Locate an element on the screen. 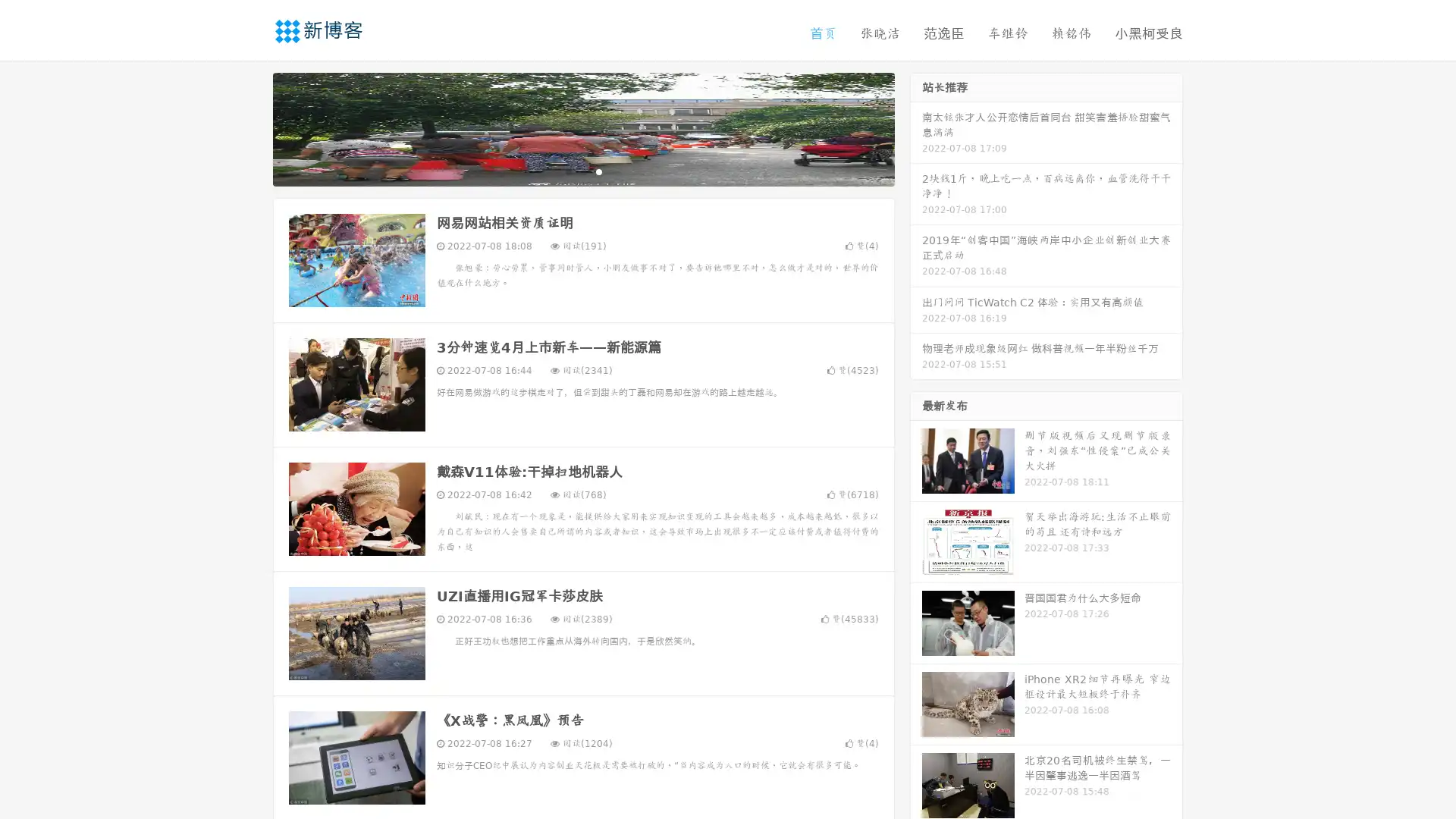 This screenshot has height=819, width=1456. Go to slide 3 is located at coordinates (598, 171).